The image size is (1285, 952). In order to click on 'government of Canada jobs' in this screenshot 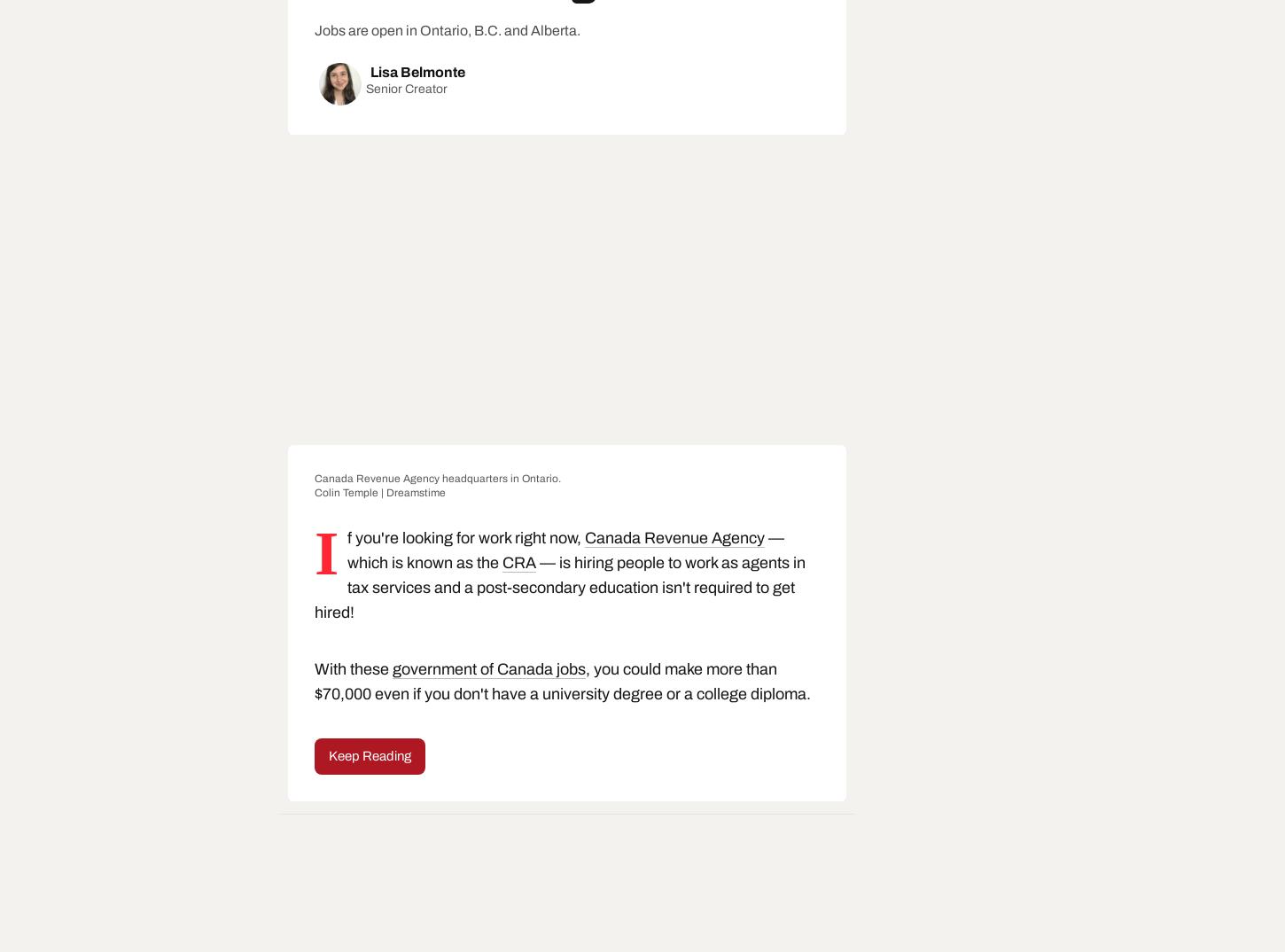, I will do `click(489, 668)`.